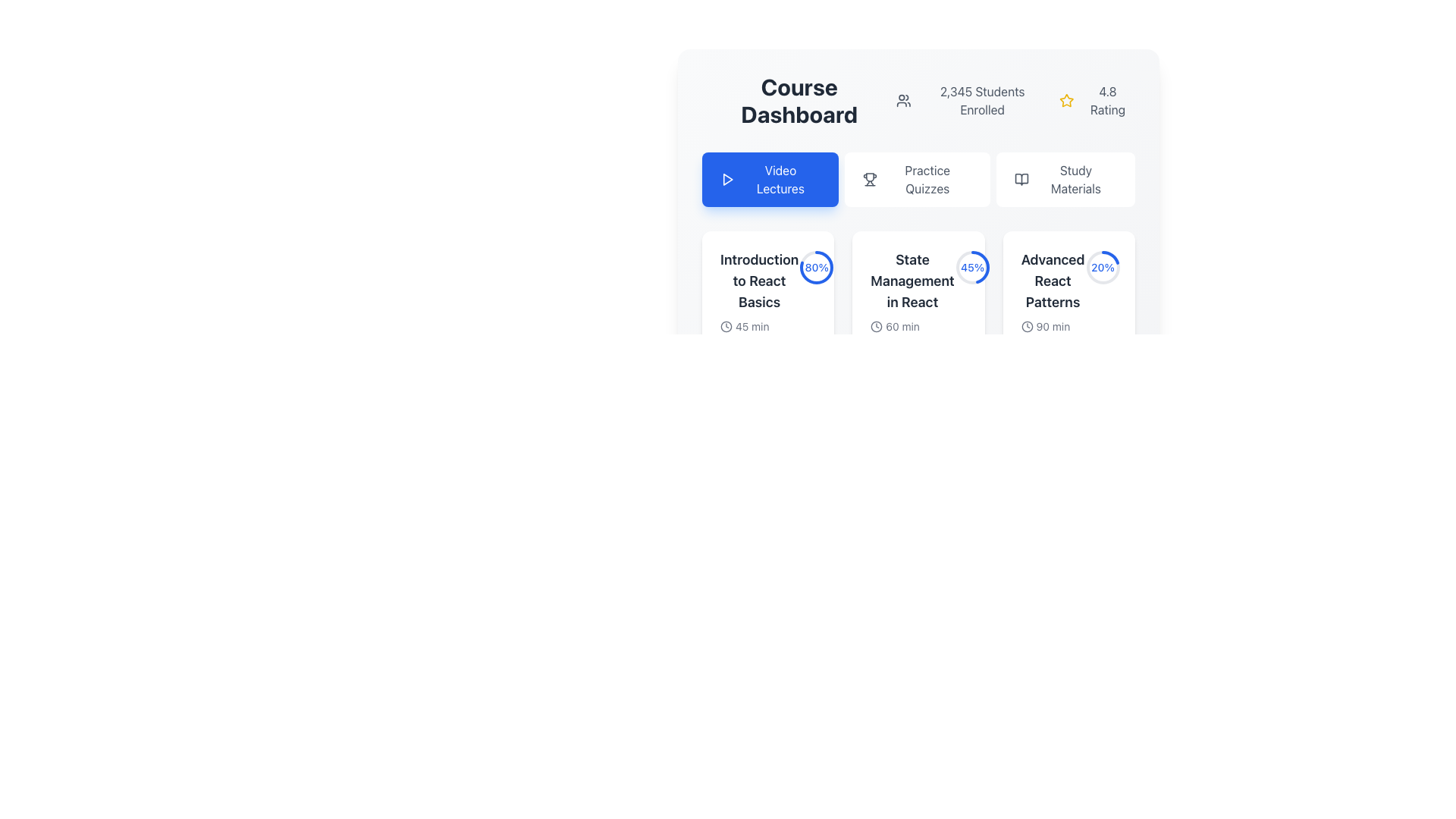 The image size is (1456, 819). Describe the element at coordinates (768, 309) in the screenshot. I see `to select the 'Introduction to React Basics' course information card, which is the leftmost card in the 'Video Lectures' section` at that location.